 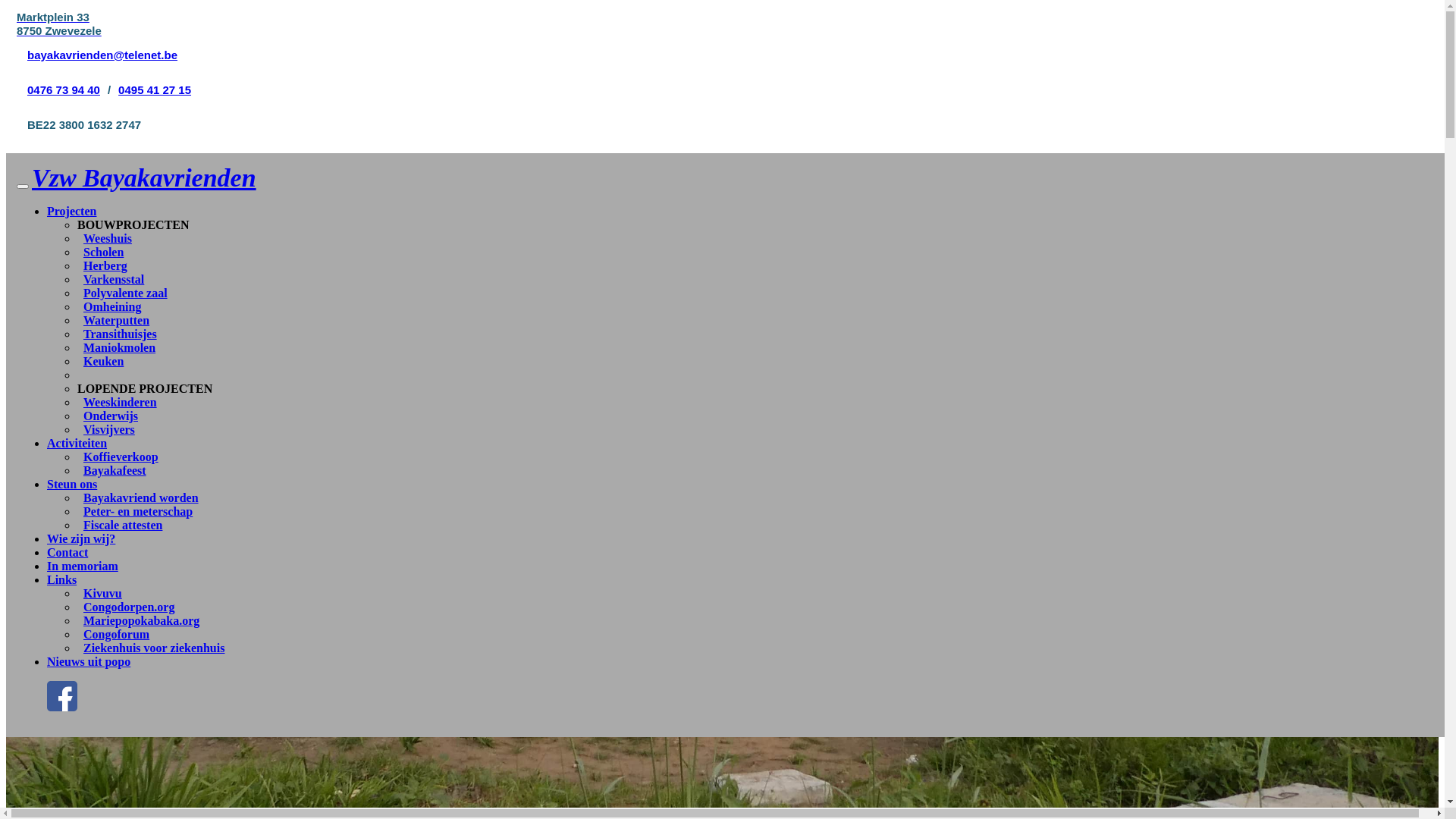 I want to click on '0495 41 27 15', so click(x=118, y=89).